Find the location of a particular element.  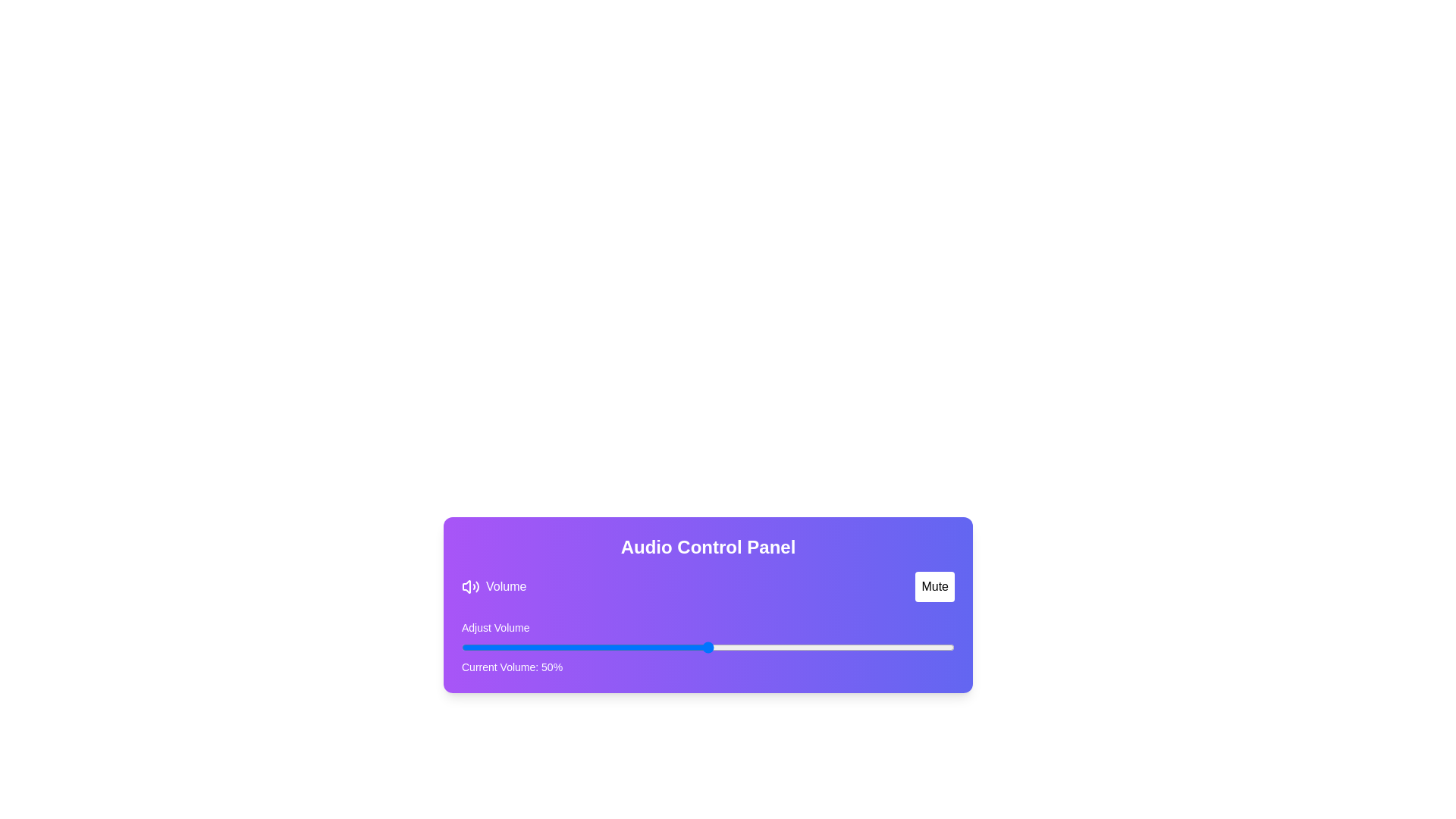

the Interactive Panel with a gradient background labeled 'Audio Control Panel' from its current position is located at coordinates (708, 604).